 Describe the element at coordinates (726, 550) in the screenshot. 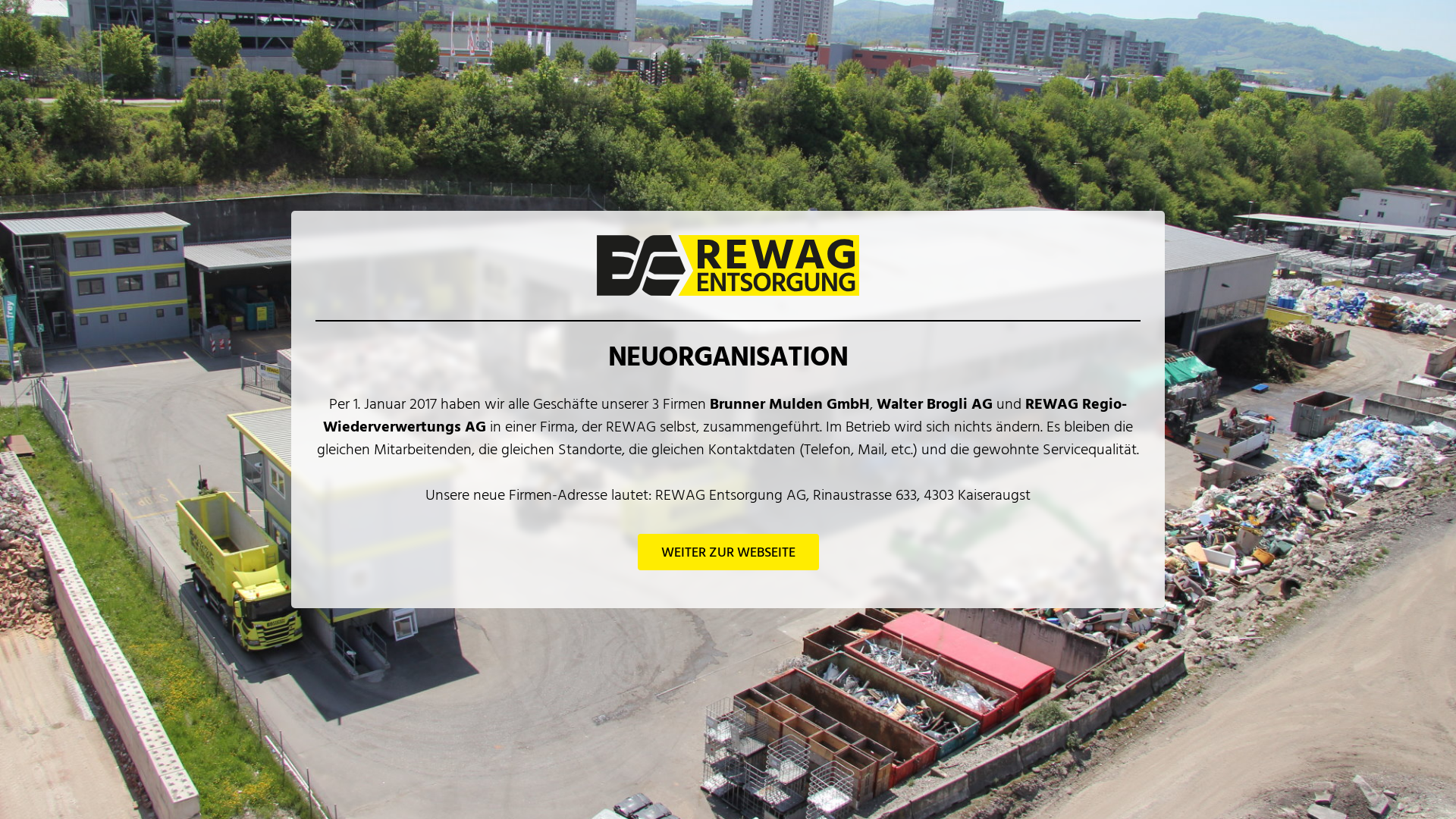

I see `'WEITER ZUR WEBSEITE'` at that location.